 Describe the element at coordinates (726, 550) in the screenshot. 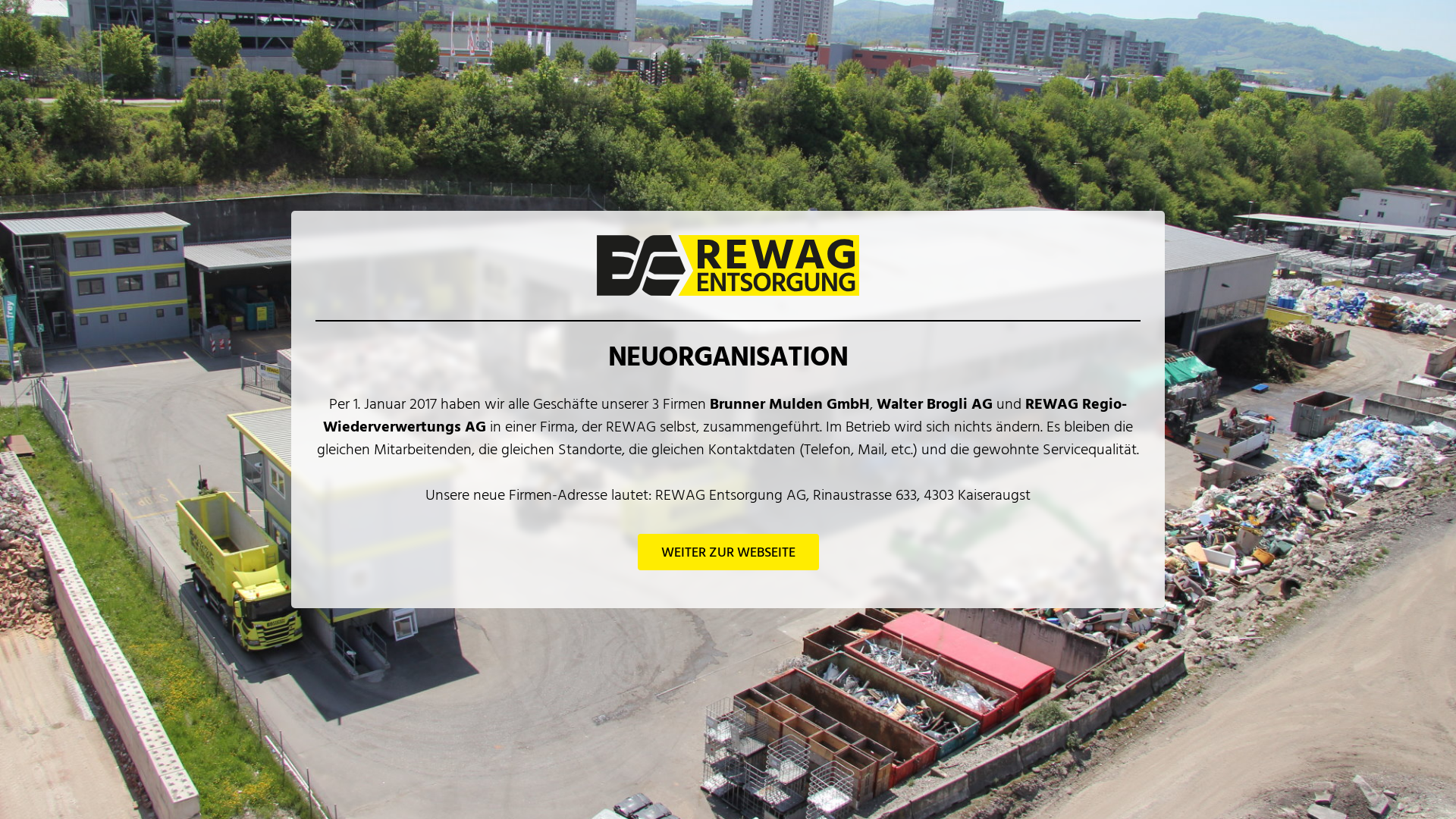

I see `'WEITER ZUR WEBSEITE'` at that location.